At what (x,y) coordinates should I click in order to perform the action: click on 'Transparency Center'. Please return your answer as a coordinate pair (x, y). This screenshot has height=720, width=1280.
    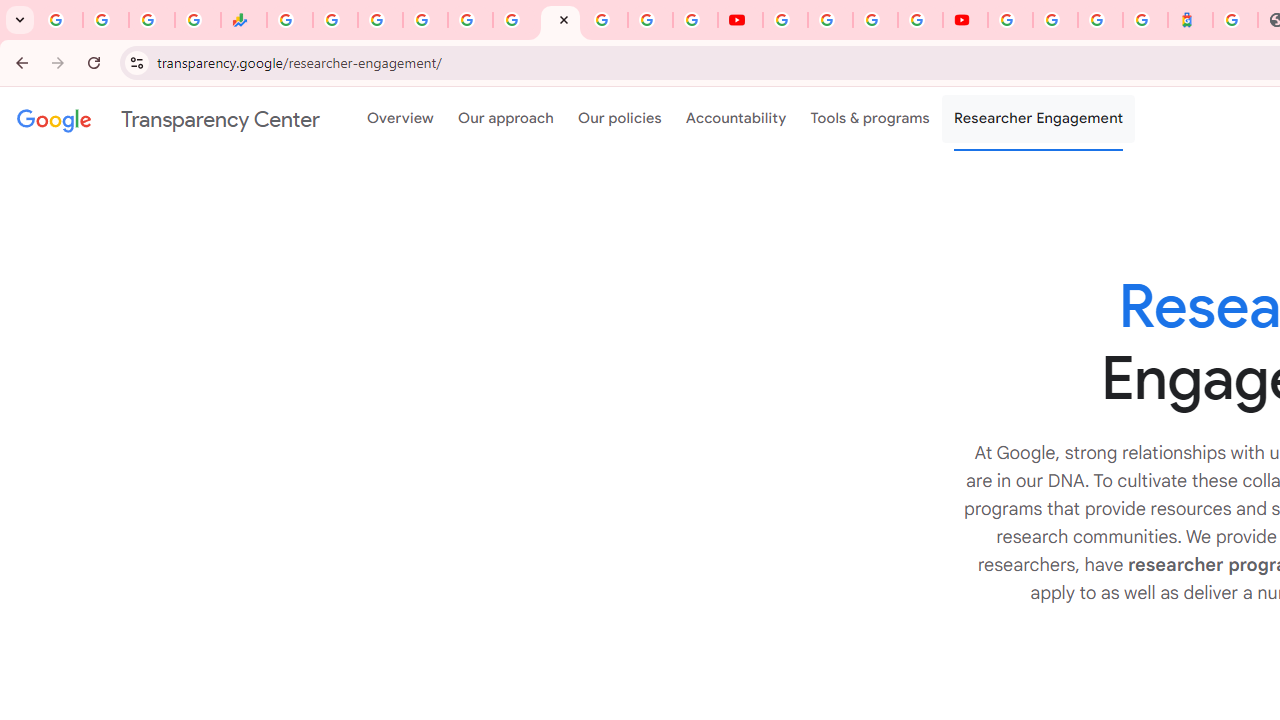
    Looking at the image, I should click on (168, 119).